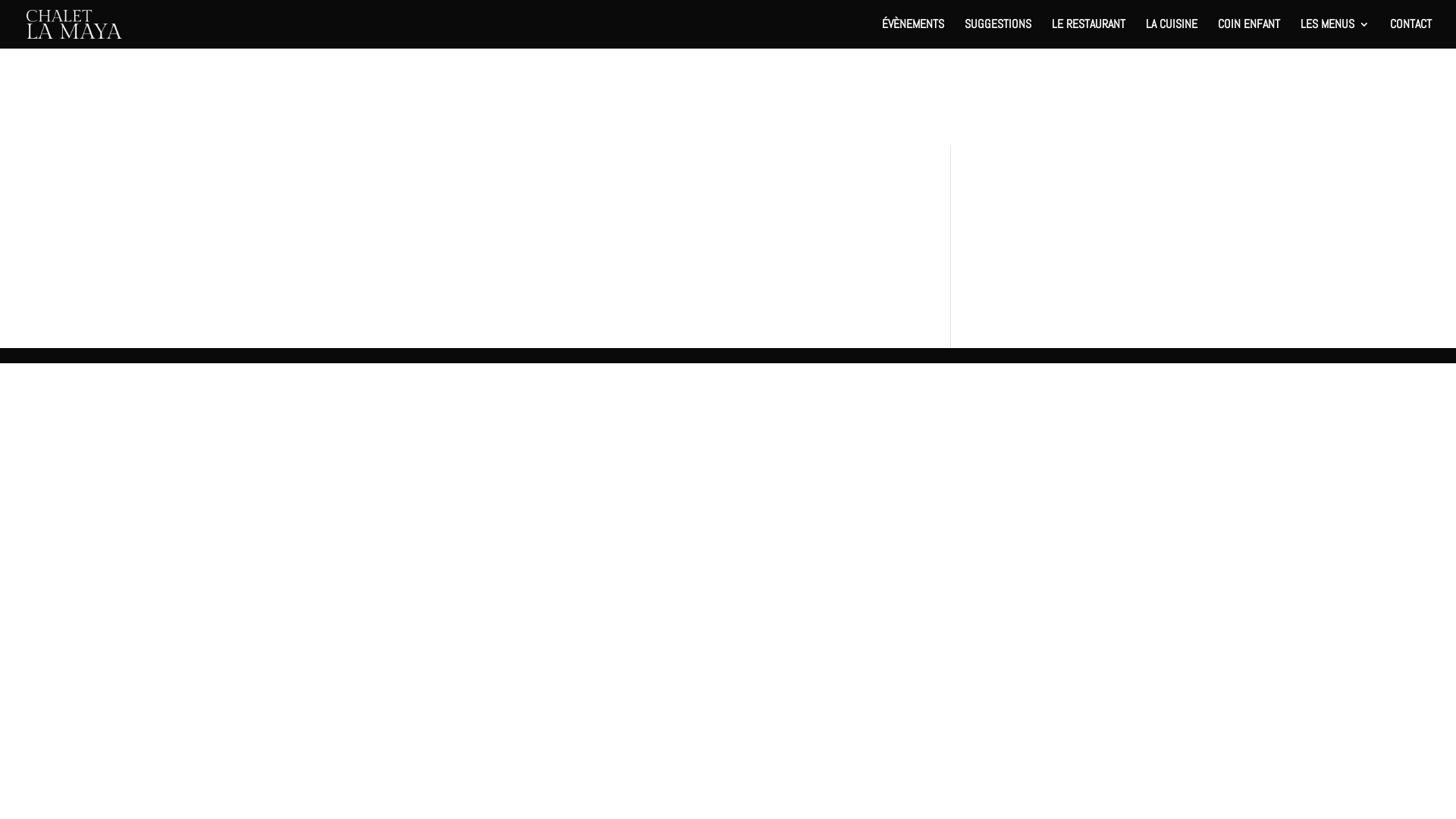  Describe the element at coordinates (1390, 33) in the screenshot. I see `'CONTACT'` at that location.